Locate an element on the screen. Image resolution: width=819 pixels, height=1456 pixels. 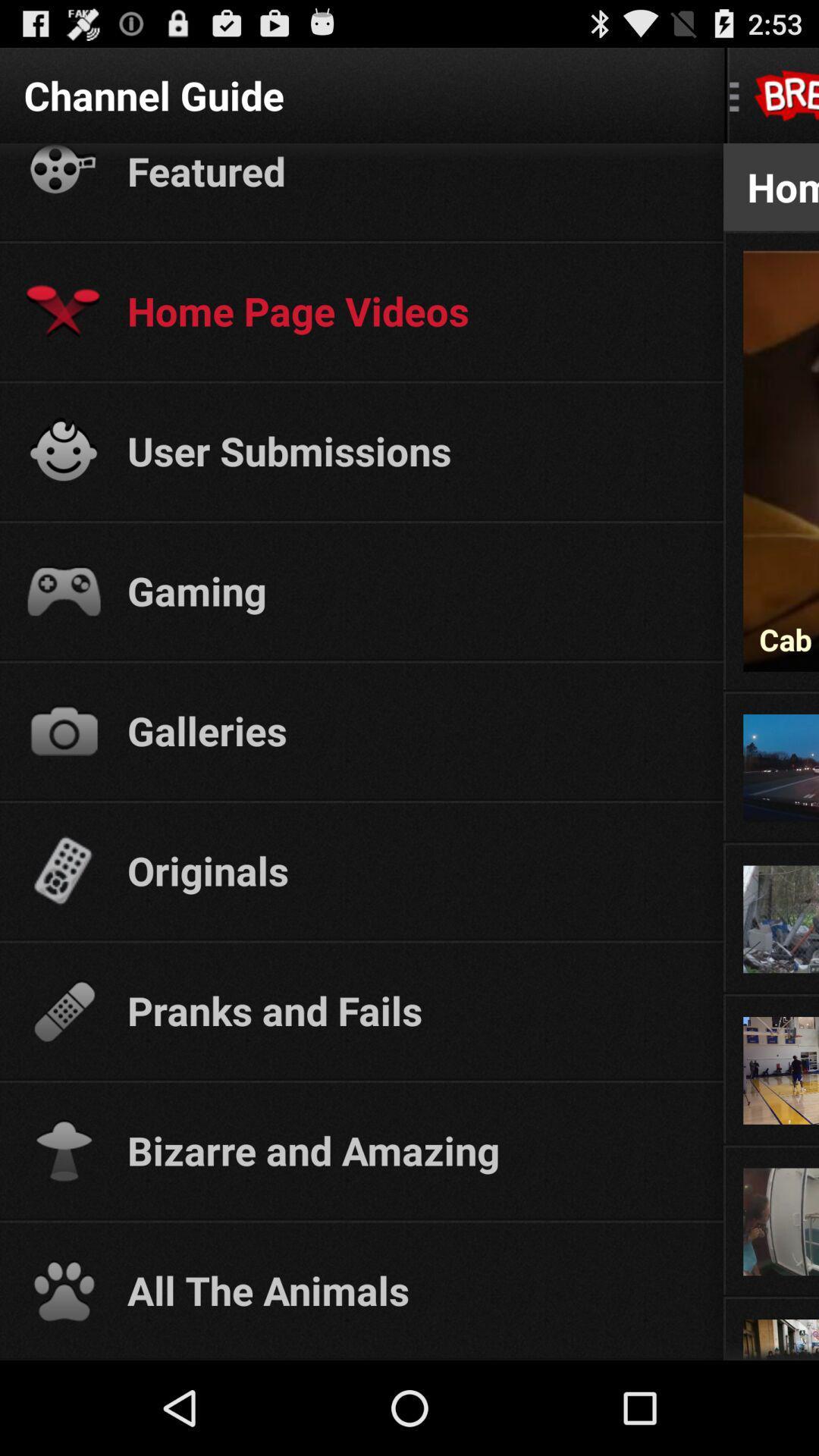
icon above the cab driver claims app is located at coordinates (781, 252).